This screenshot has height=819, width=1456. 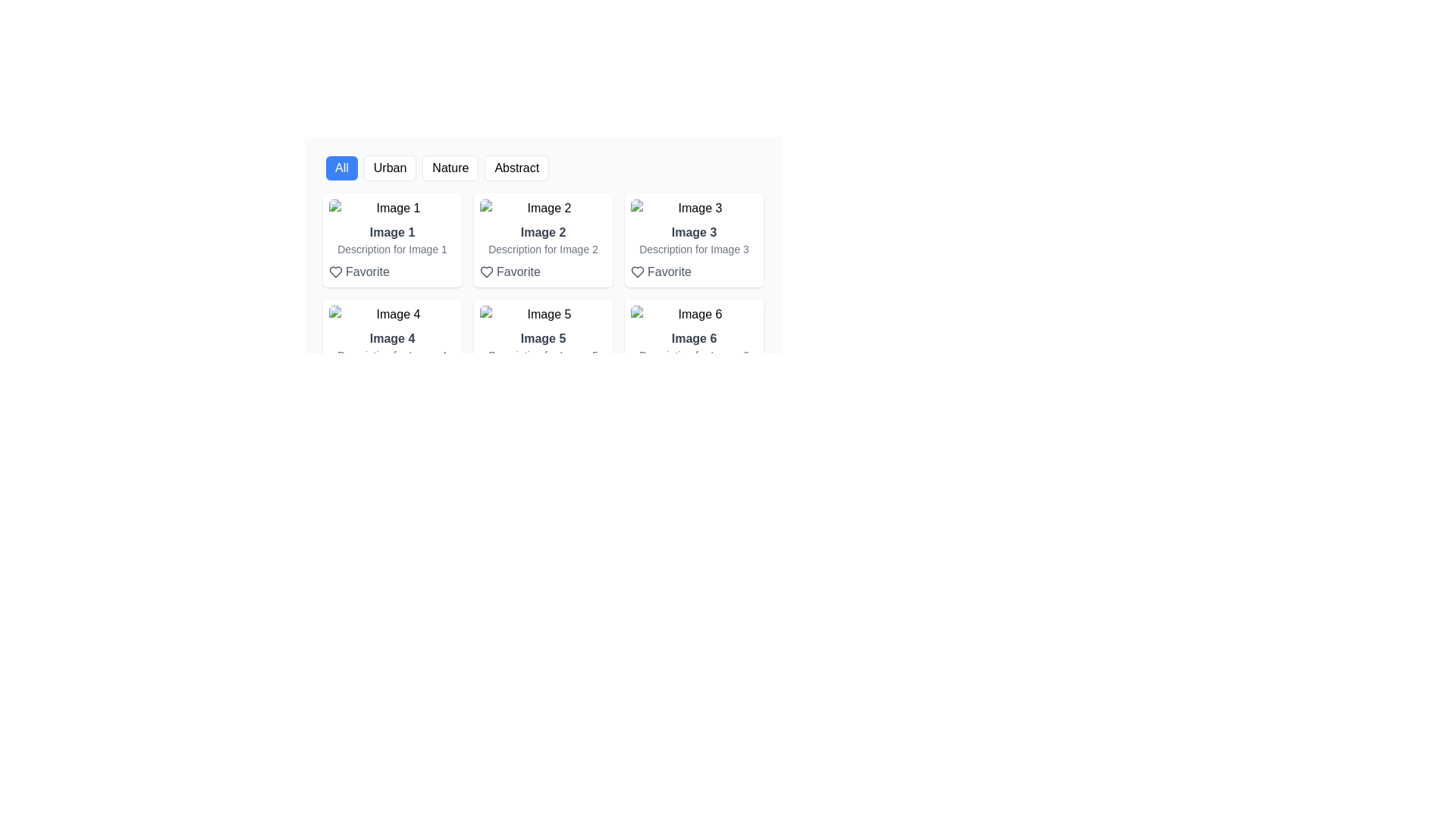 What do you see at coordinates (543, 356) in the screenshot?
I see `the Text label that provides a description for 'Image 5', positioned below the 'Image 5' title label` at bounding box center [543, 356].